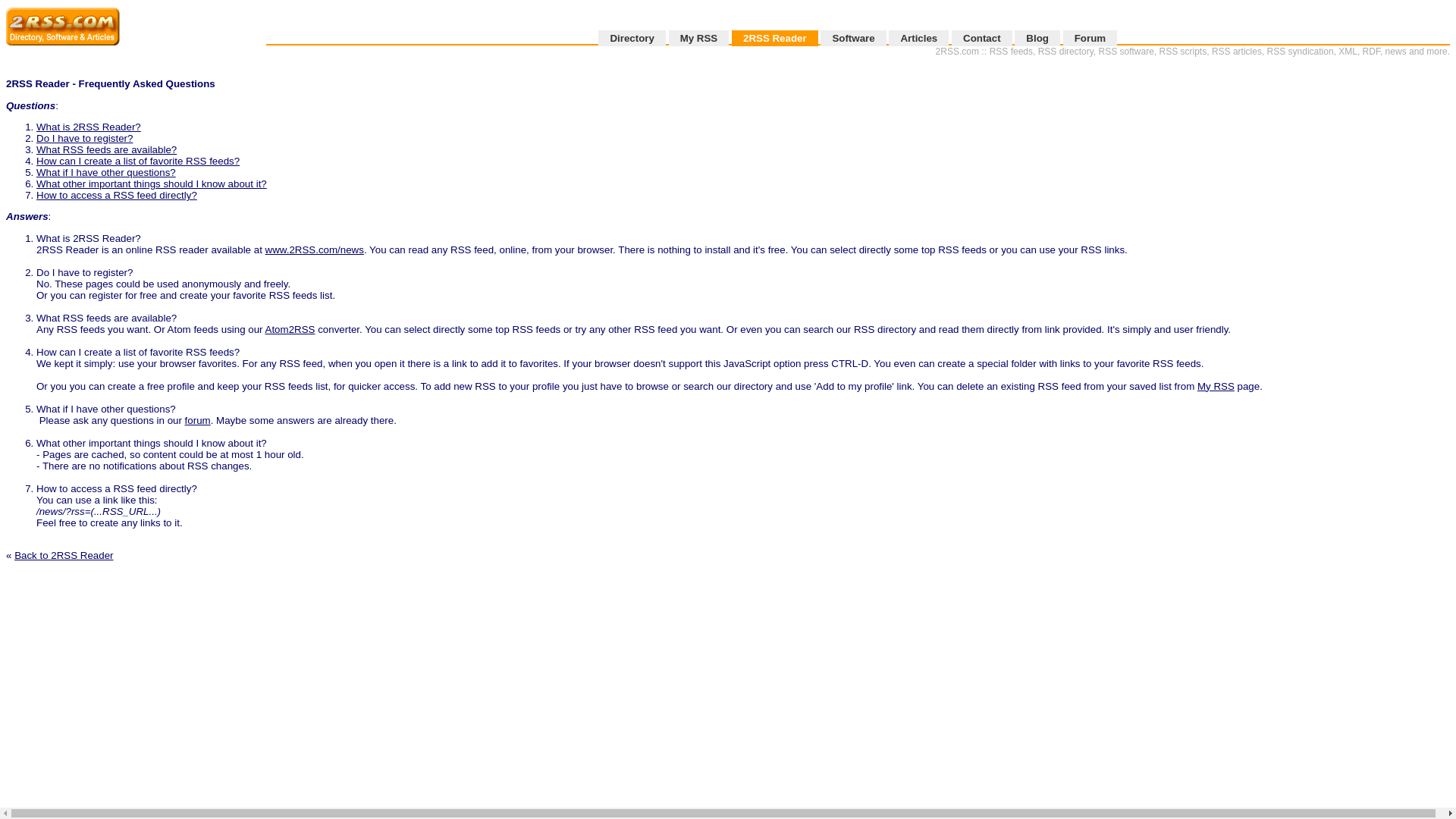 The height and width of the screenshot is (819, 1456). Describe the element at coordinates (313, 249) in the screenshot. I see `'www.2RSS.com/news'` at that location.